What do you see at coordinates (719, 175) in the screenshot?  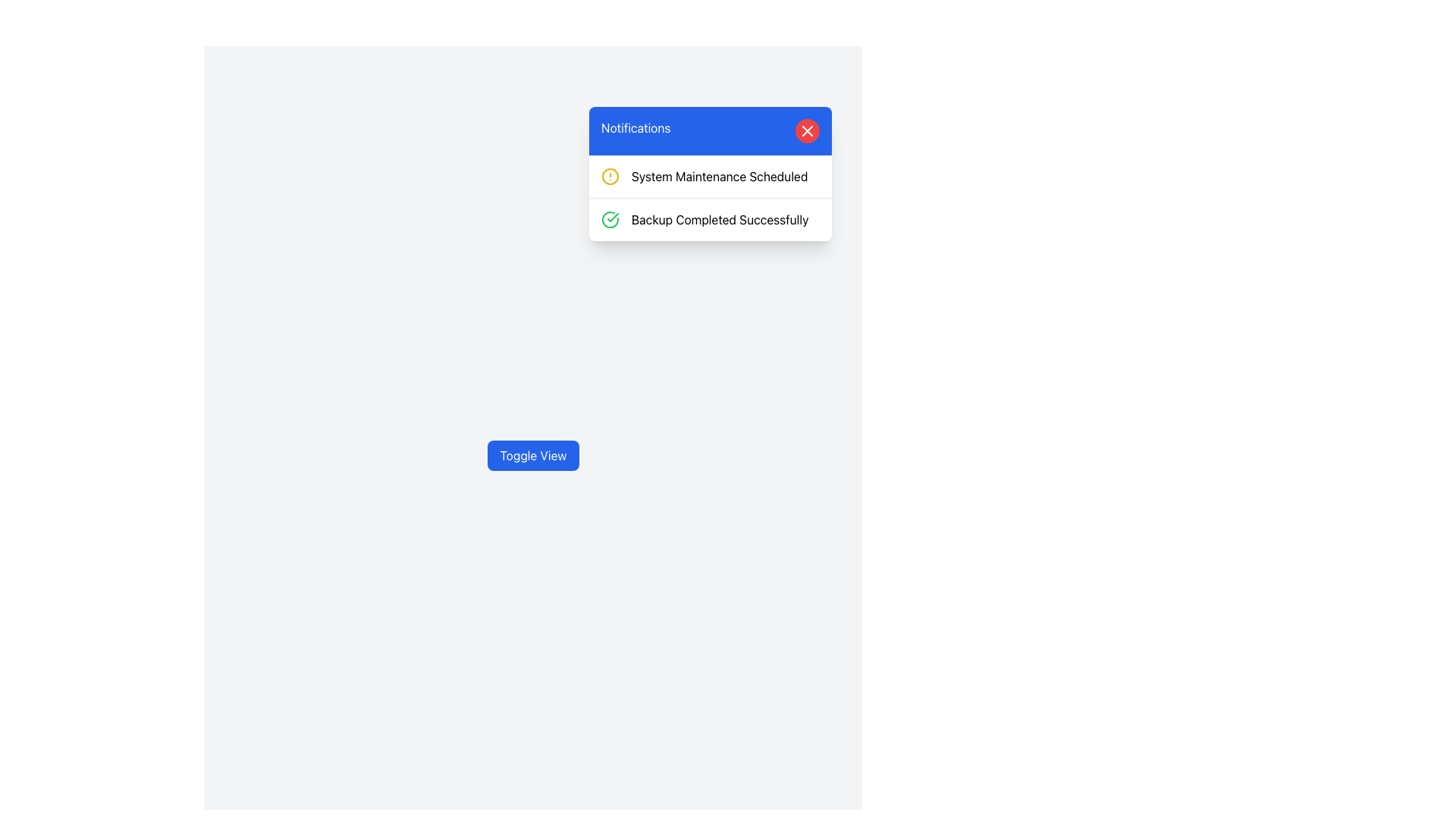 I see `notification text label that indicates 'System Maintenance Scheduled', located in the first row of notifications to the right of a yellow alert icon` at bounding box center [719, 175].